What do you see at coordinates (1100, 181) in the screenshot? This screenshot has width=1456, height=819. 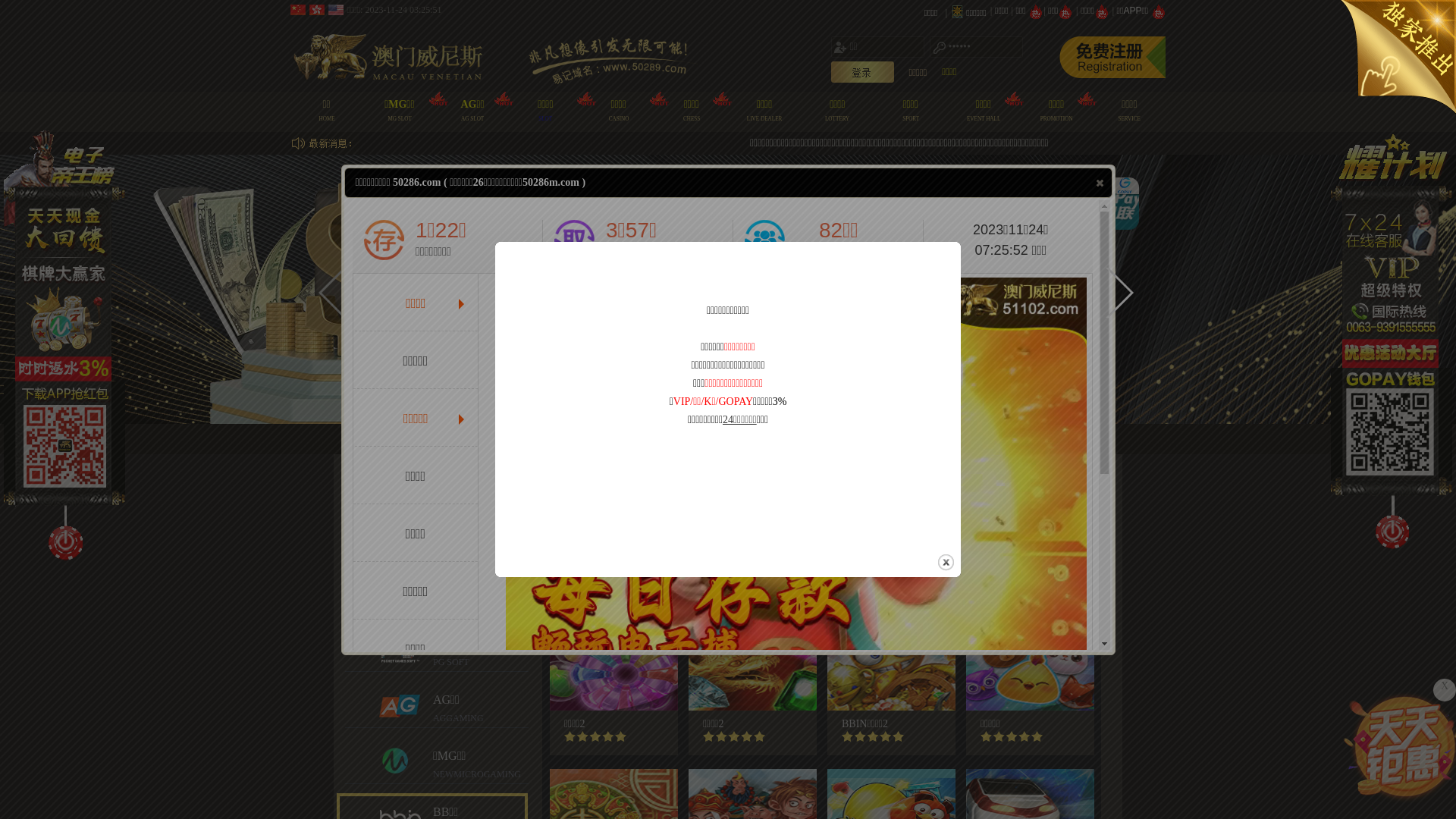 I see `'close'` at bounding box center [1100, 181].